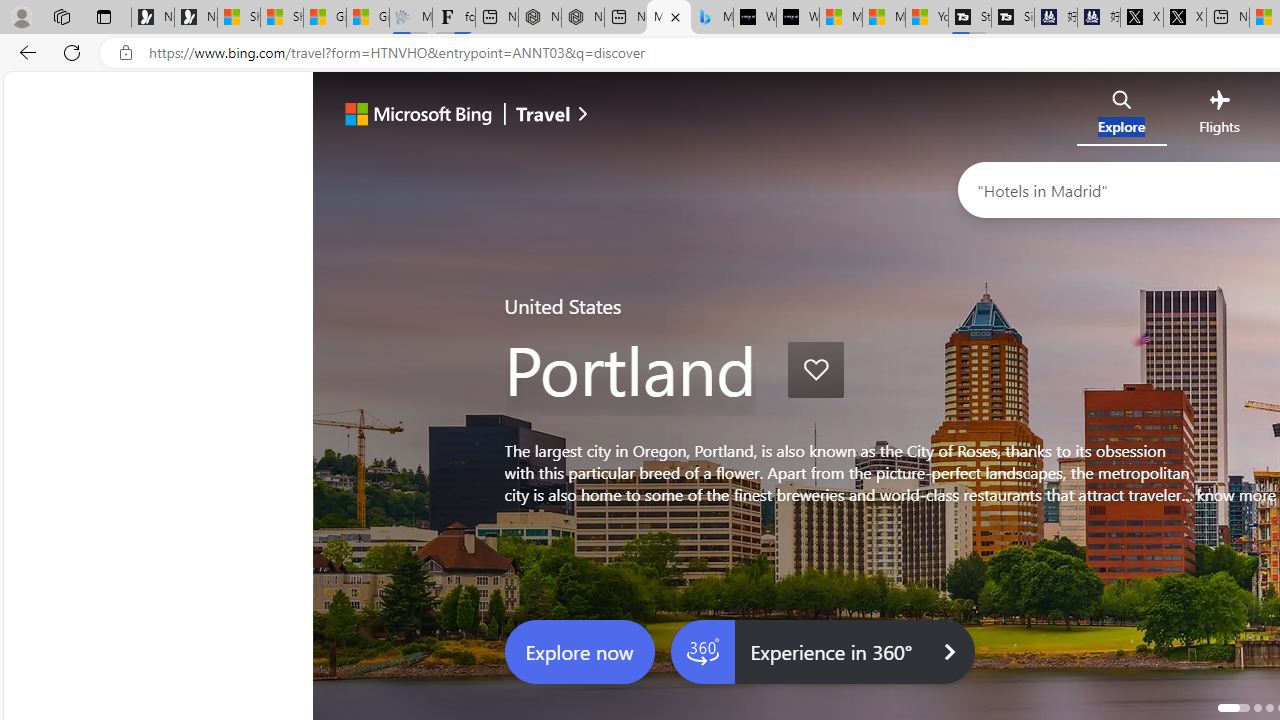 The height and width of the screenshot is (720, 1280). Describe the element at coordinates (24, 51) in the screenshot. I see `'Back'` at that location.